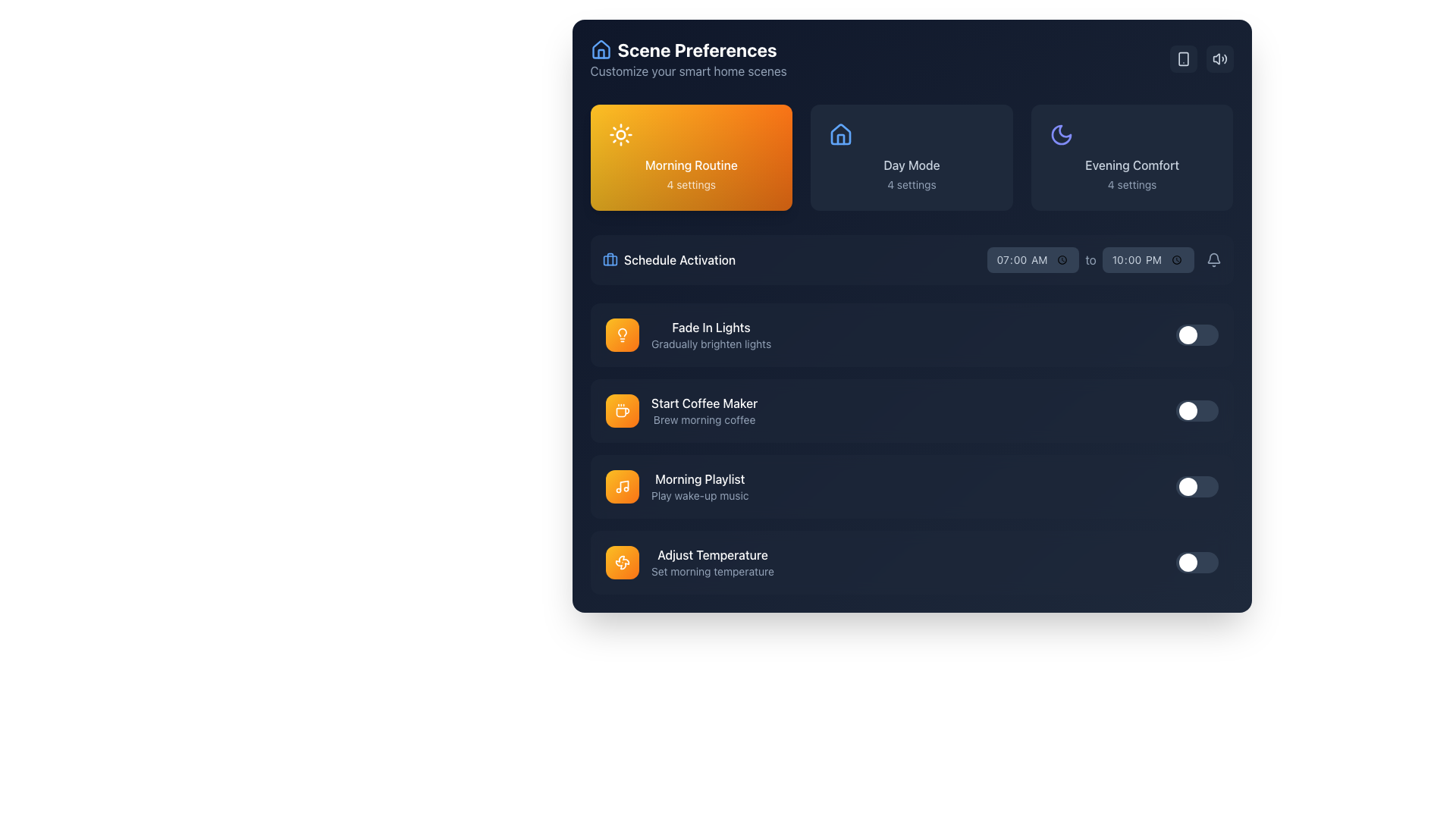  What do you see at coordinates (840, 140) in the screenshot?
I see `the right vertical part of the 'House' icon, which is located next to the 'Day Mode' text in the top section of the interface` at bounding box center [840, 140].